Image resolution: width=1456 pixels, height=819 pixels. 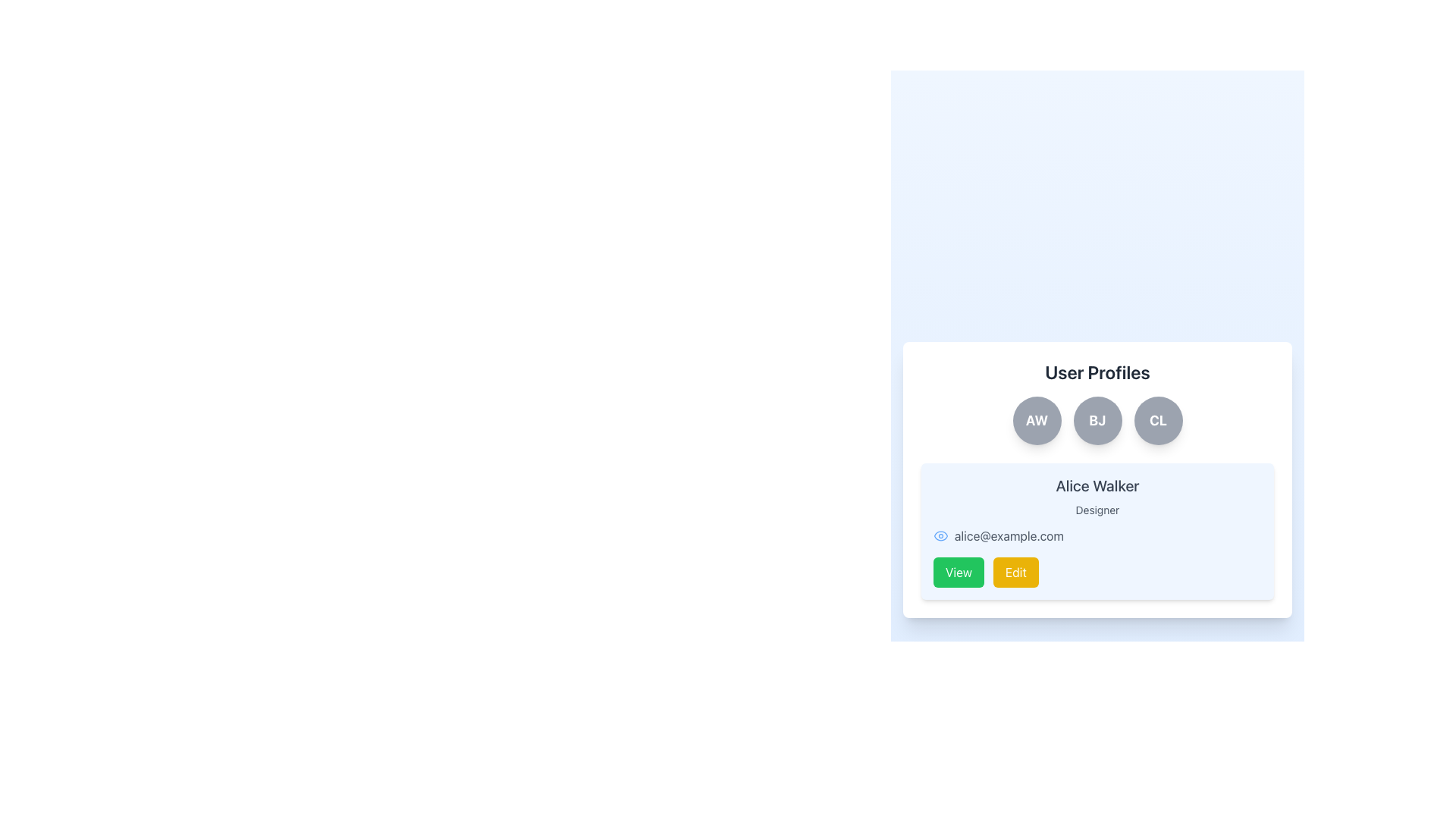 What do you see at coordinates (1009, 535) in the screenshot?
I see `the email address text element located to the right of the small blue eye icon, which displays the user's email for informational purposes` at bounding box center [1009, 535].